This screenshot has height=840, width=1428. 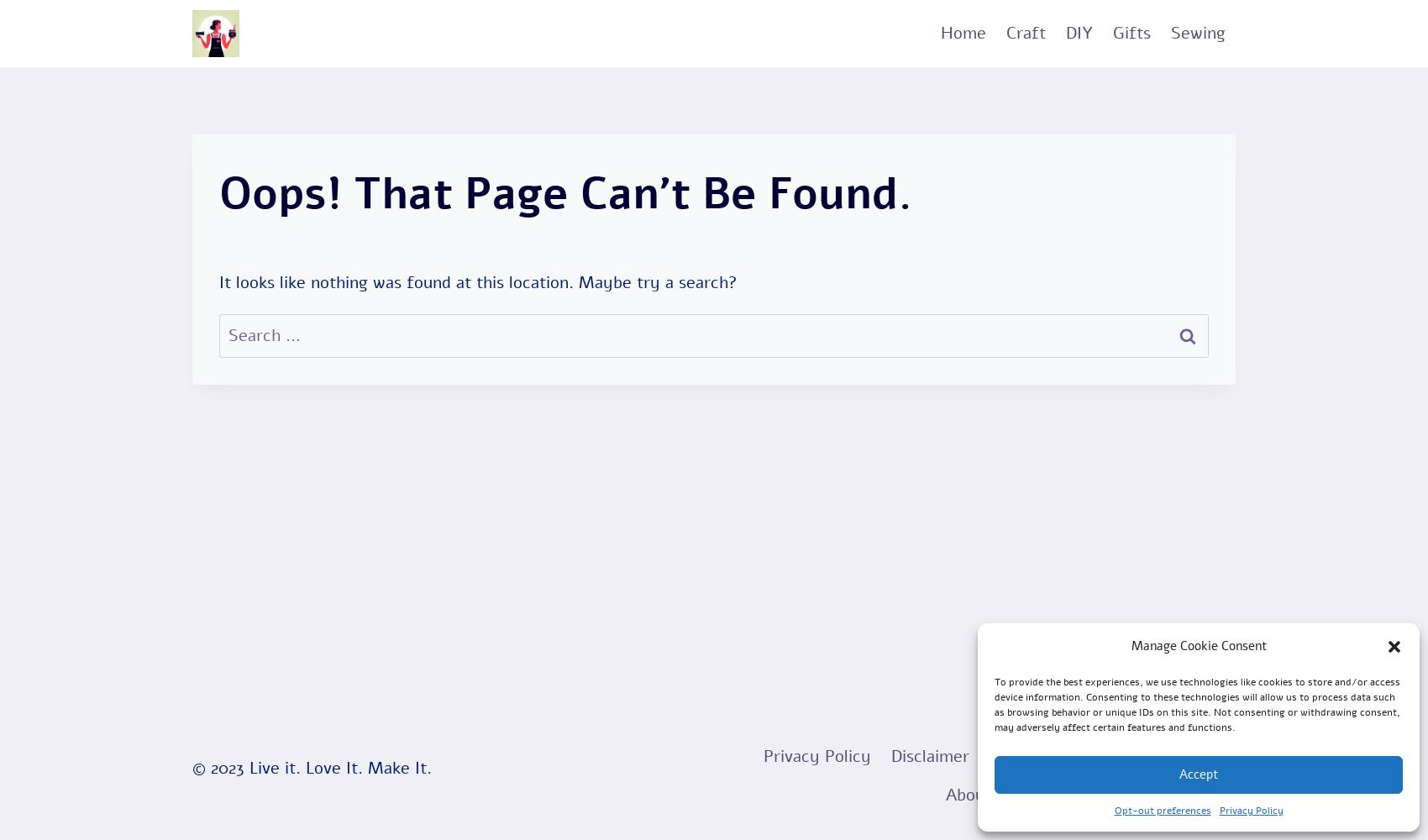 I want to click on '© 2023 Live it. Love It. Make It.', so click(x=311, y=768).